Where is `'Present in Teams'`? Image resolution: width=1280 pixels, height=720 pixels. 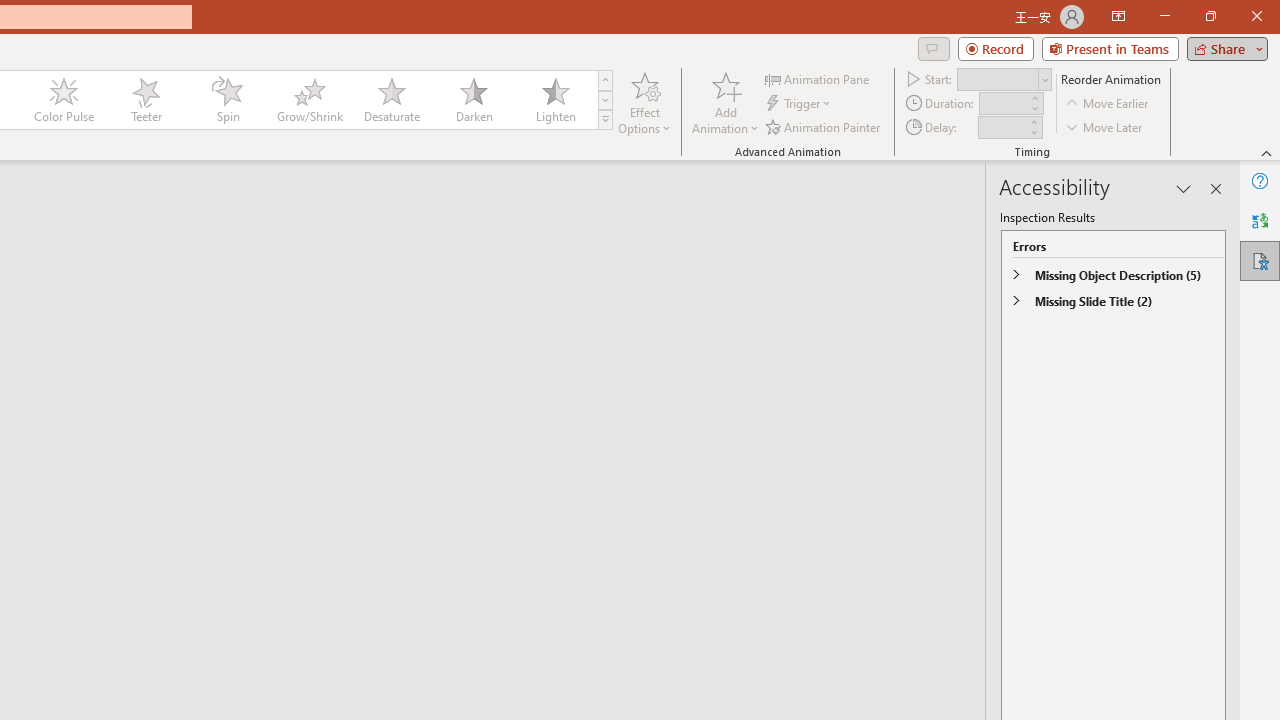
'Present in Teams' is located at coordinates (1109, 47).